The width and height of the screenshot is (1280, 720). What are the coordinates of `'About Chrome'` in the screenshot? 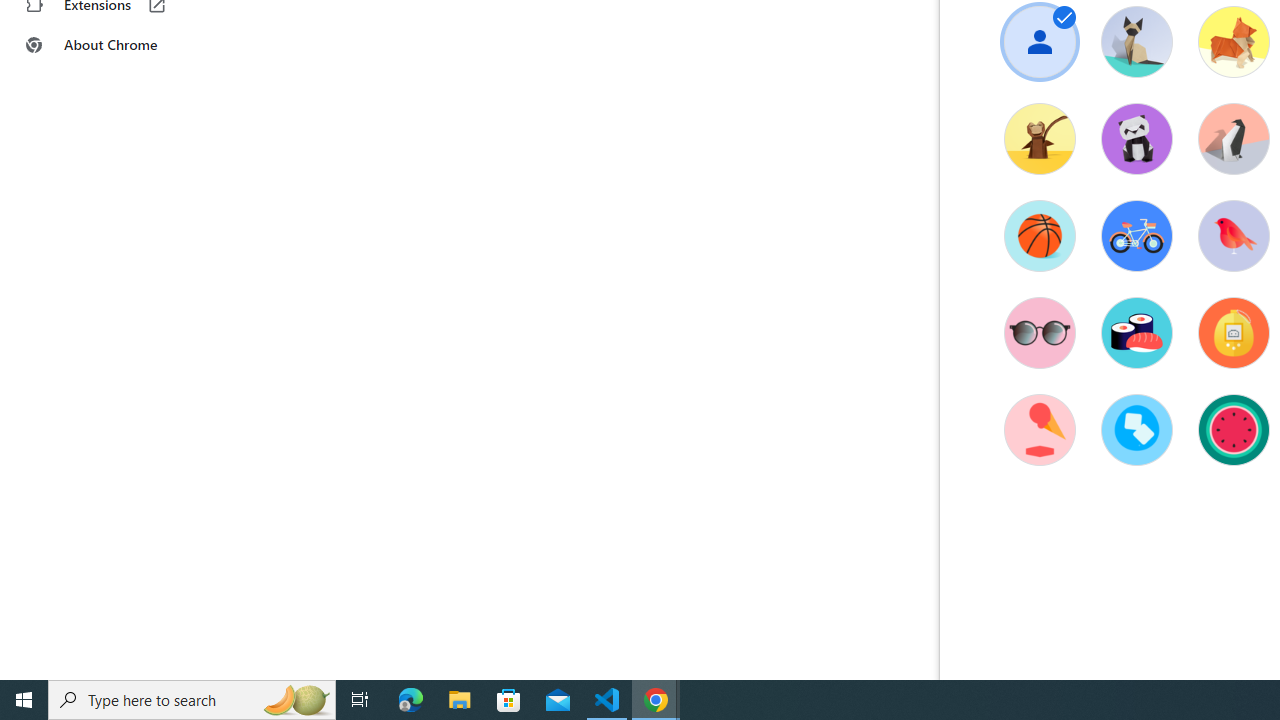 It's located at (123, 45).